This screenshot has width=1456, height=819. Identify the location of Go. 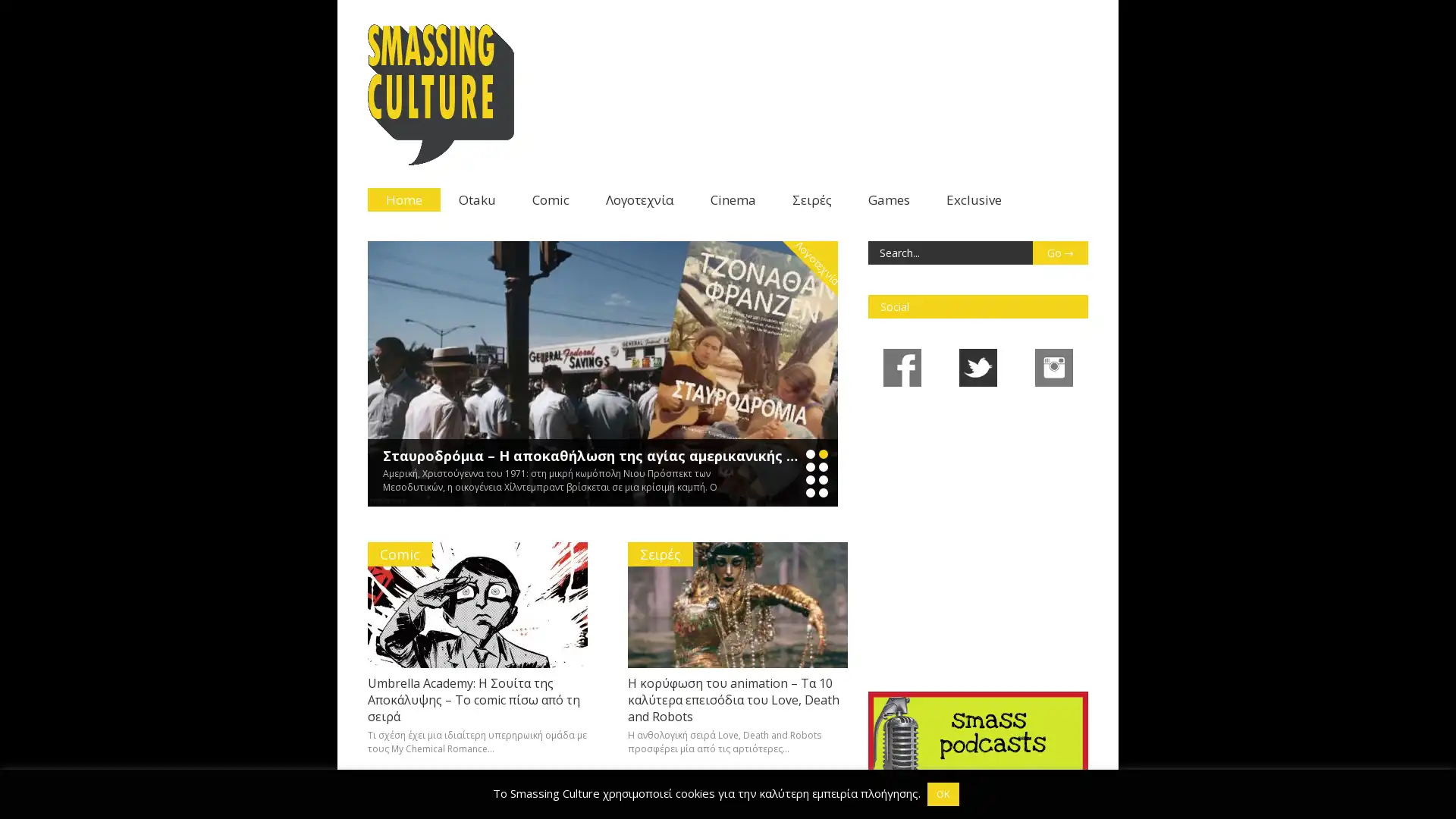
(1059, 251).